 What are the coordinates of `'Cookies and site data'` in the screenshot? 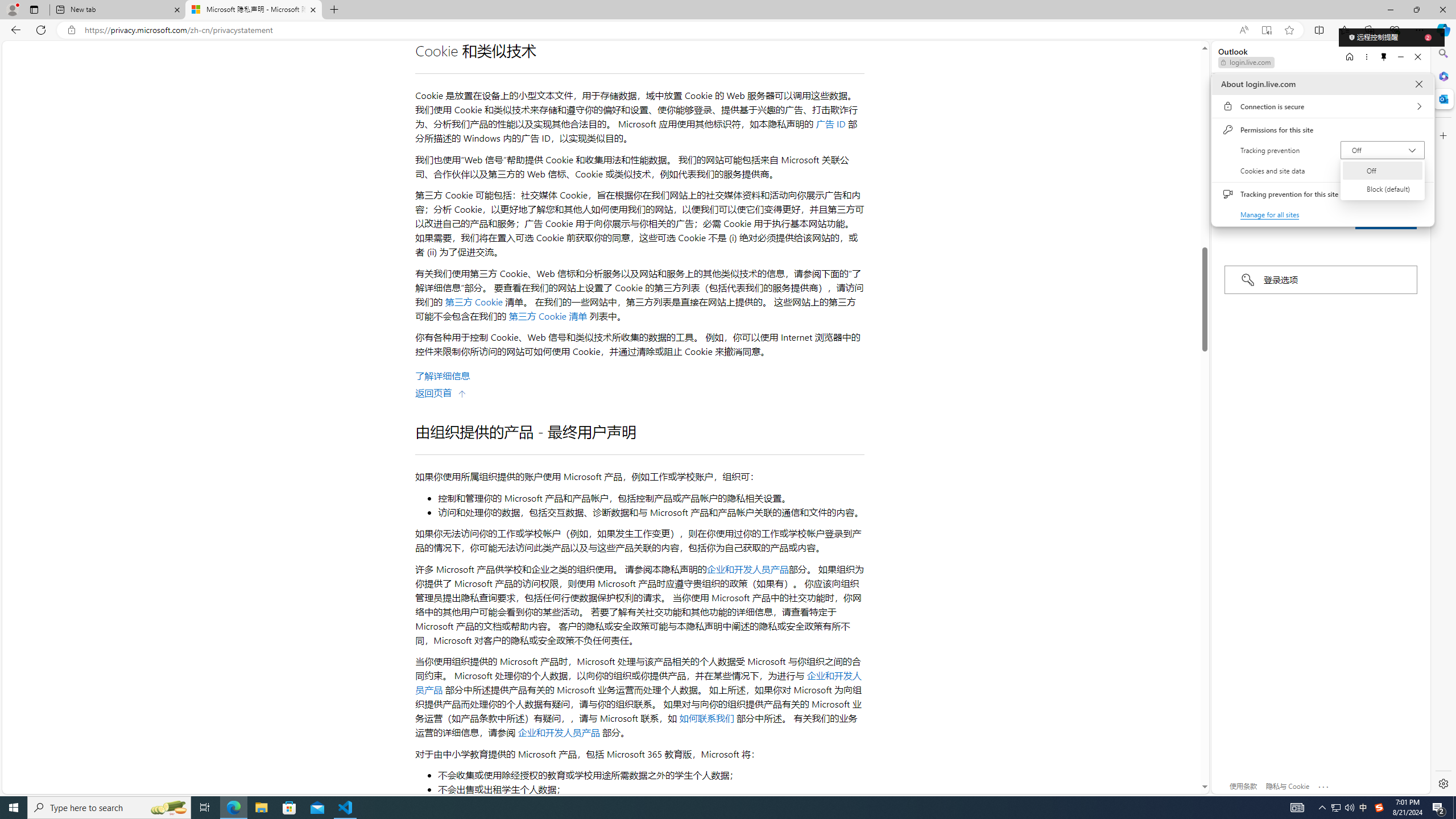 It's located at (1322, 170).